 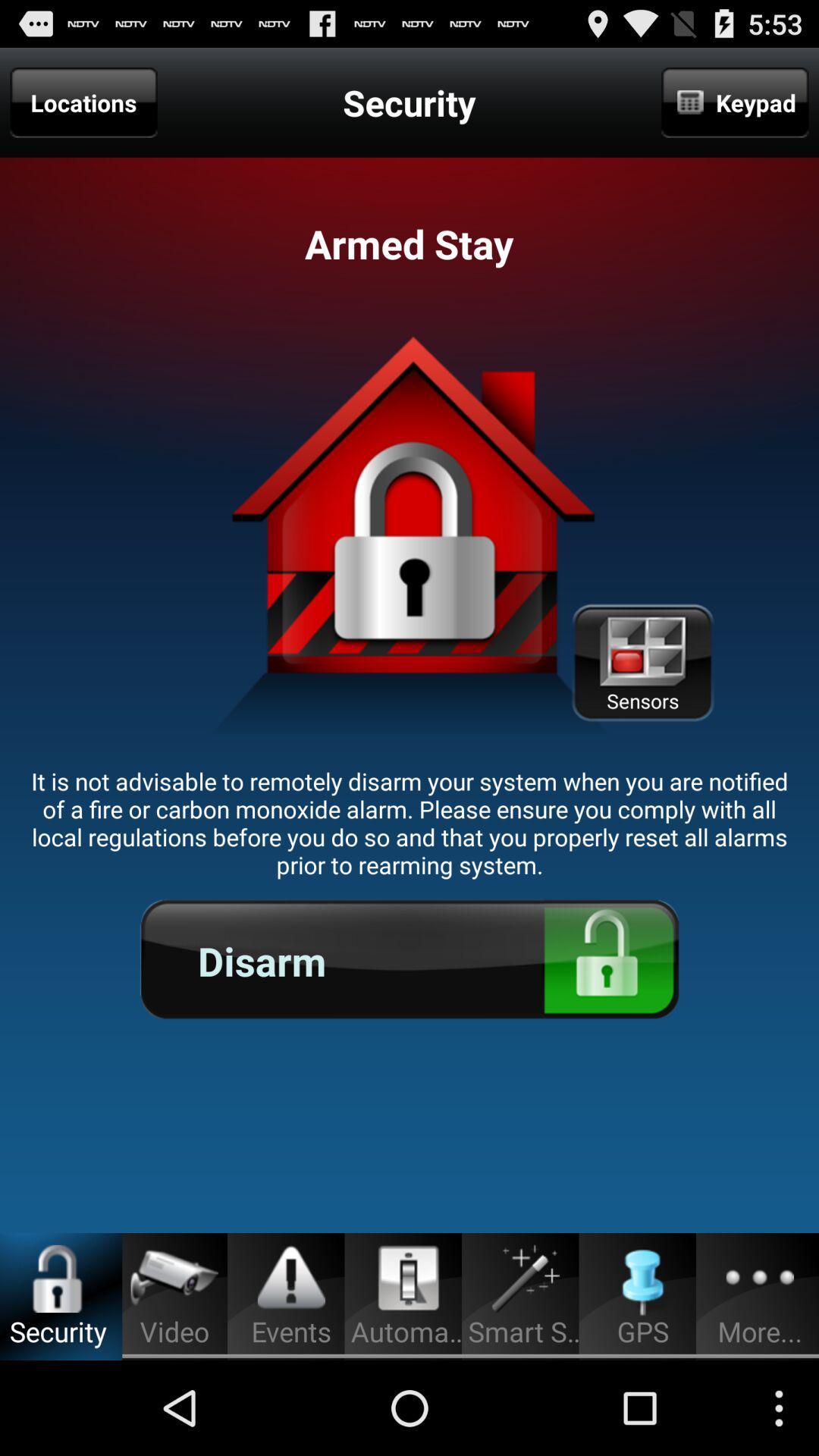 What do you see at coordinates (84, 102) in the screenshot?
I see `the button locations at the top of the page` at bounding box center [84, 102].